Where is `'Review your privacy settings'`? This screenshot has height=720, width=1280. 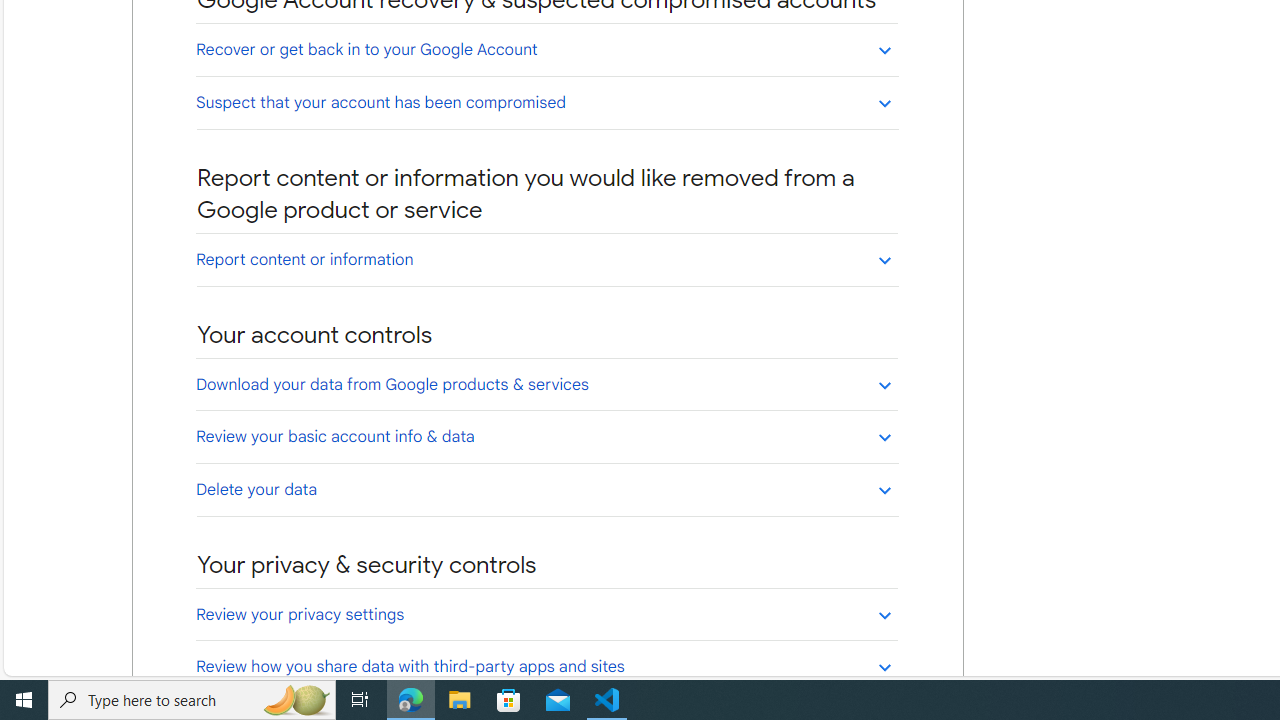
'Review your privacy settings' is located at coordinates (547, 613).